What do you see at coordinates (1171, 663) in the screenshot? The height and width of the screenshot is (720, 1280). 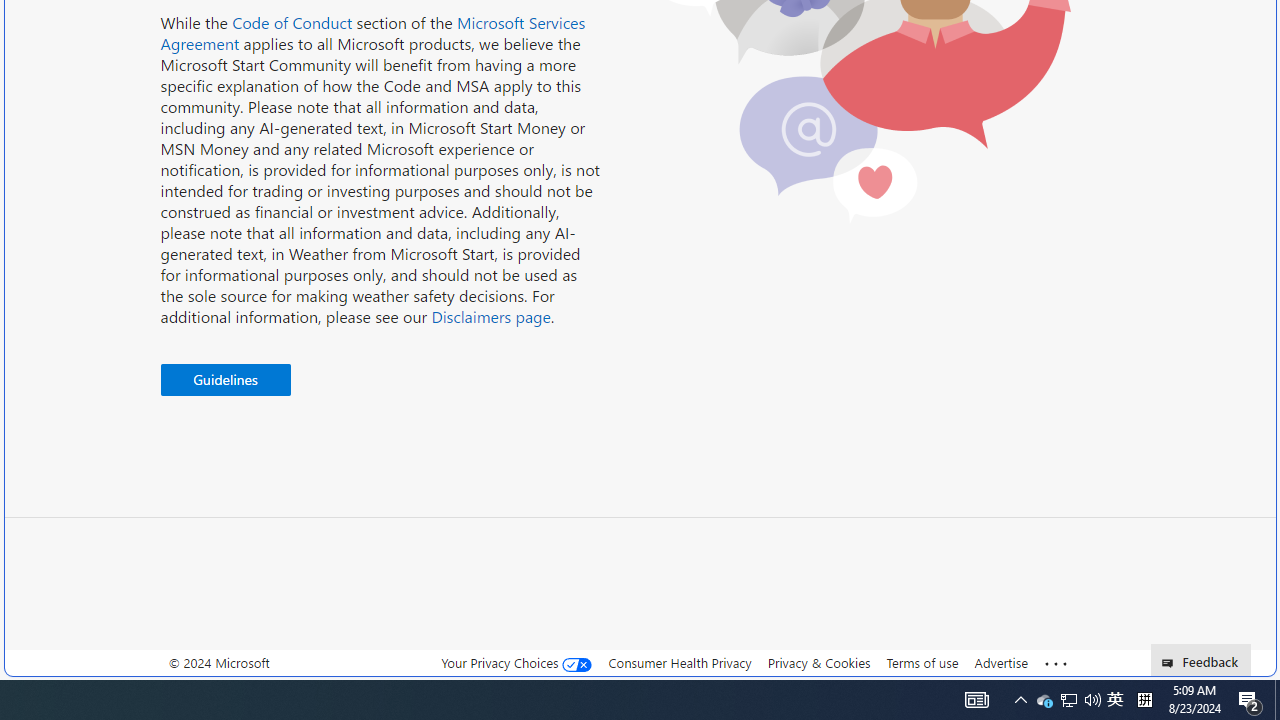 I see `'Class: feedback_link_icon-DS-EntryPoint1-1'` at bounding box center [1171, 663].